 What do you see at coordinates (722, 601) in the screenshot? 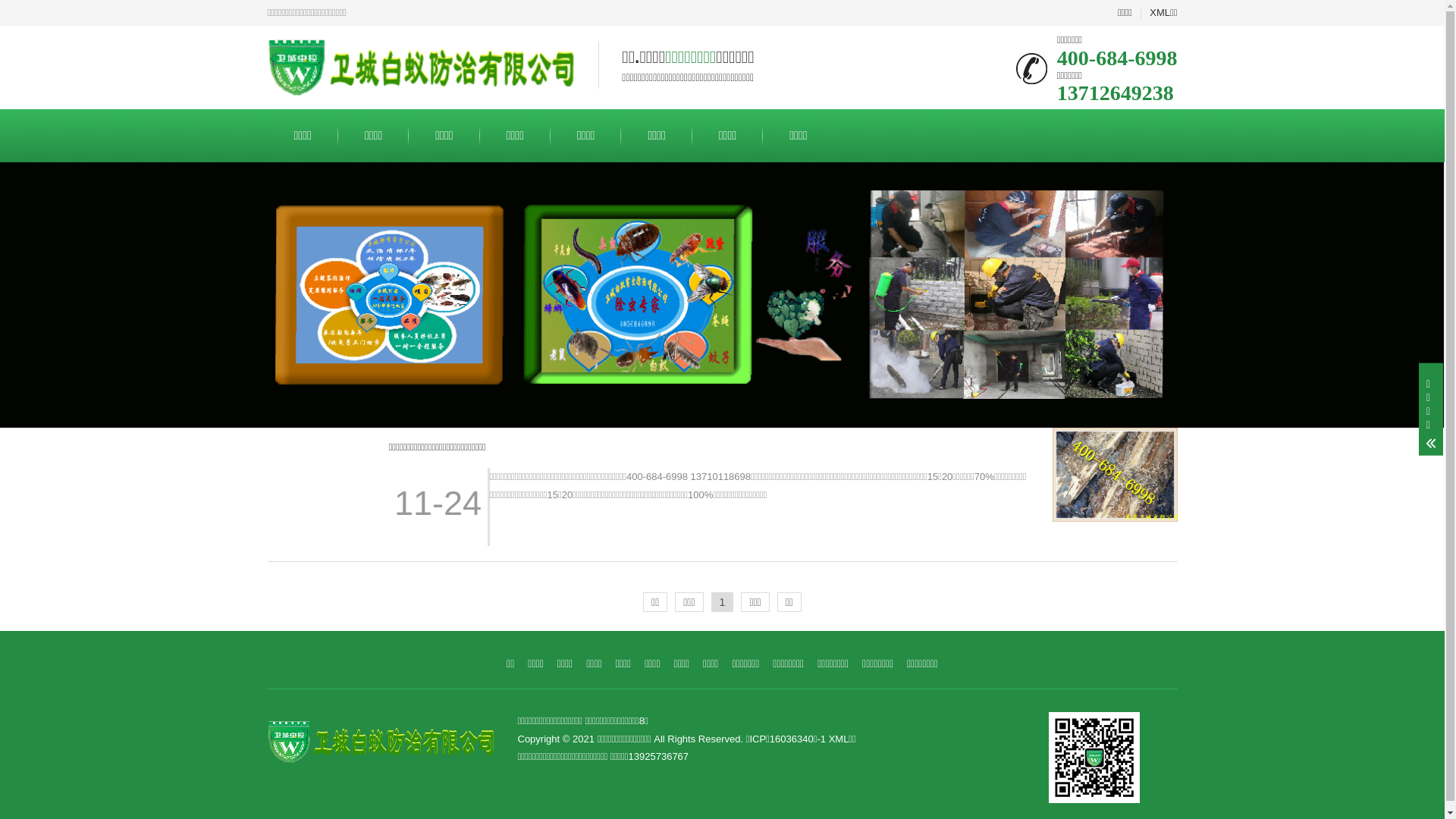
I see `'1'` at bounding box center [722, 601].